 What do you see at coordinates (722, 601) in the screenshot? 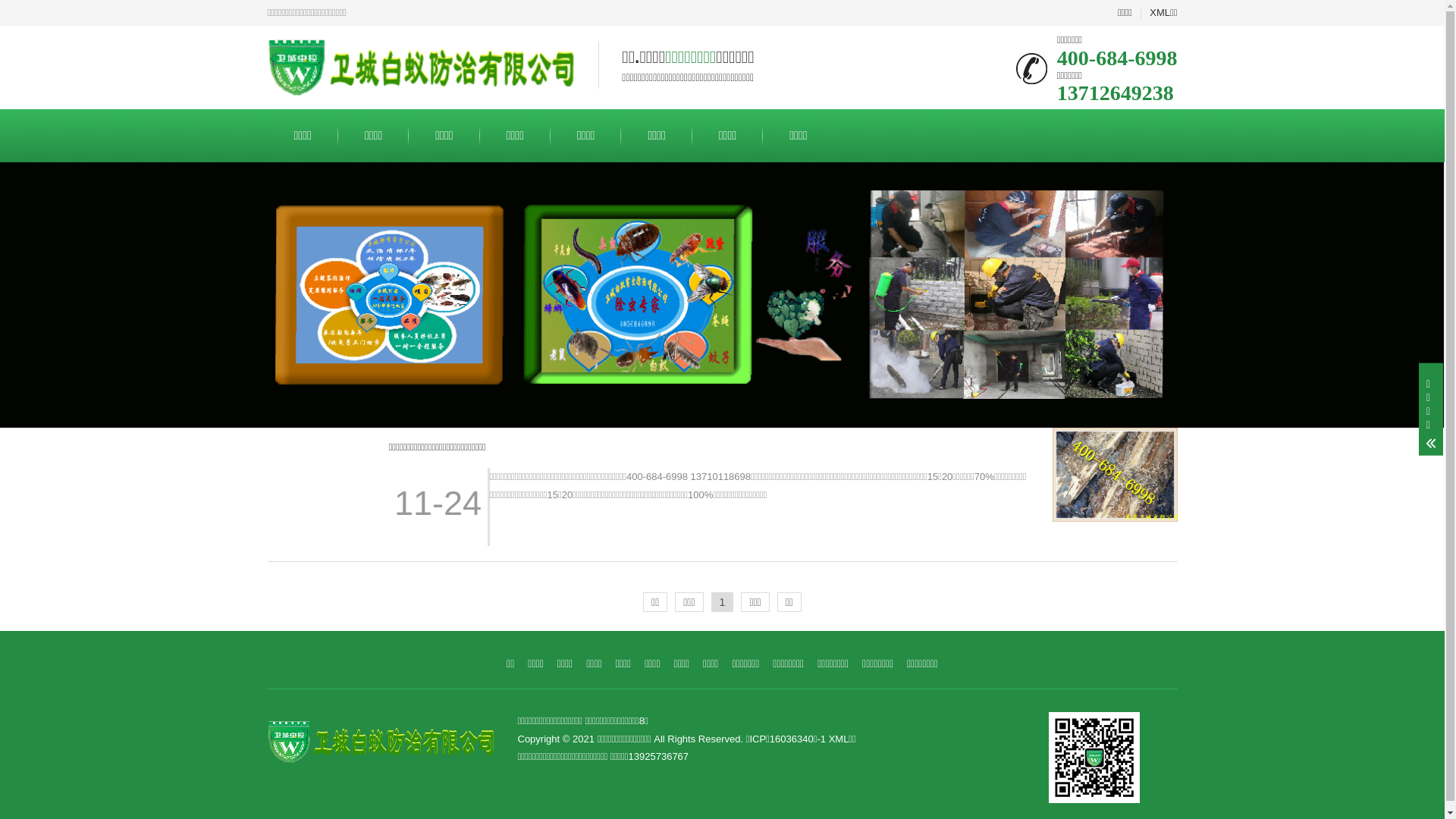
I see `'1'` at bounding box center [722, 601].